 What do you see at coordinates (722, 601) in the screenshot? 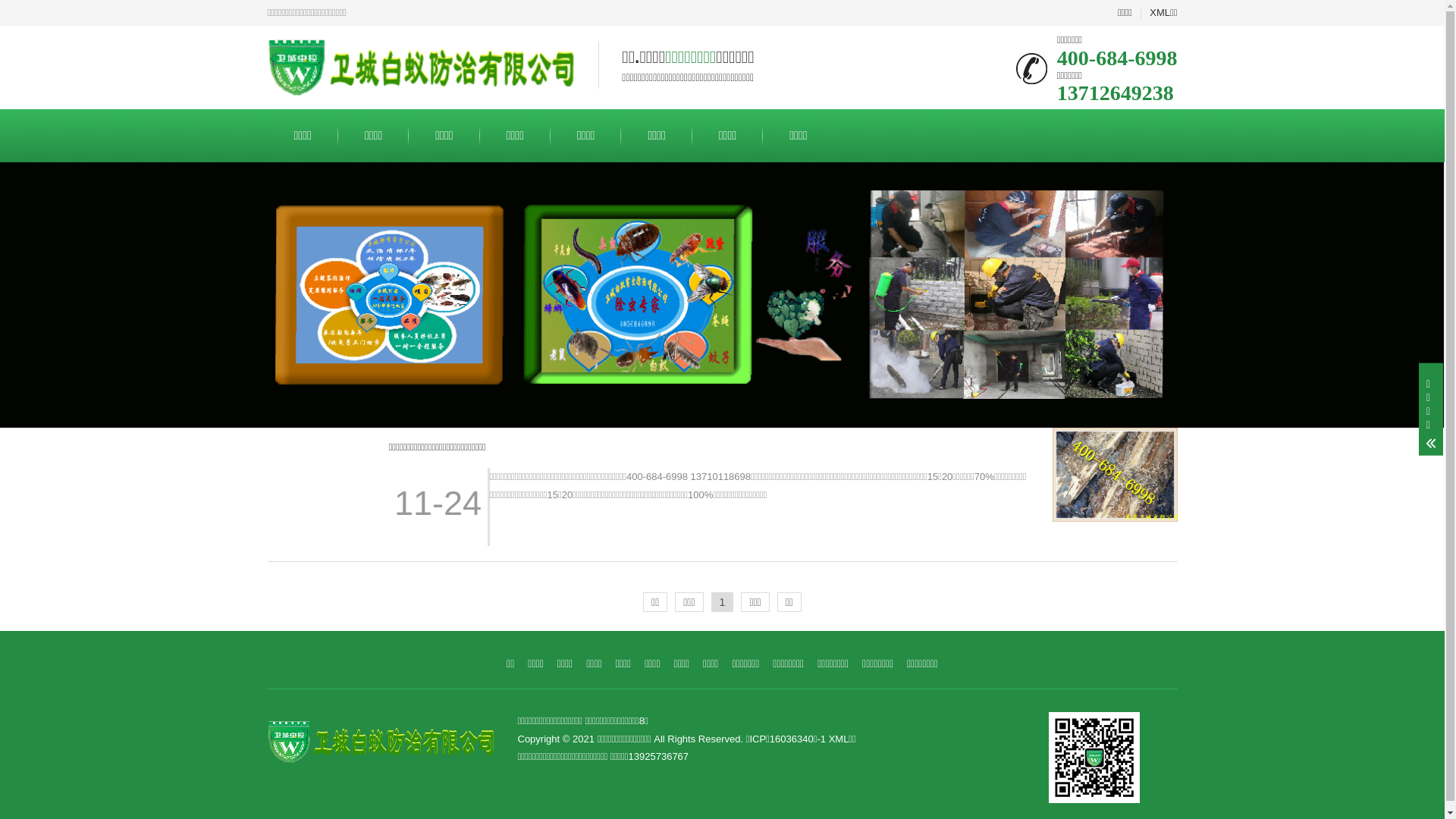
I see `'1'` at bounding box center [722, 601].